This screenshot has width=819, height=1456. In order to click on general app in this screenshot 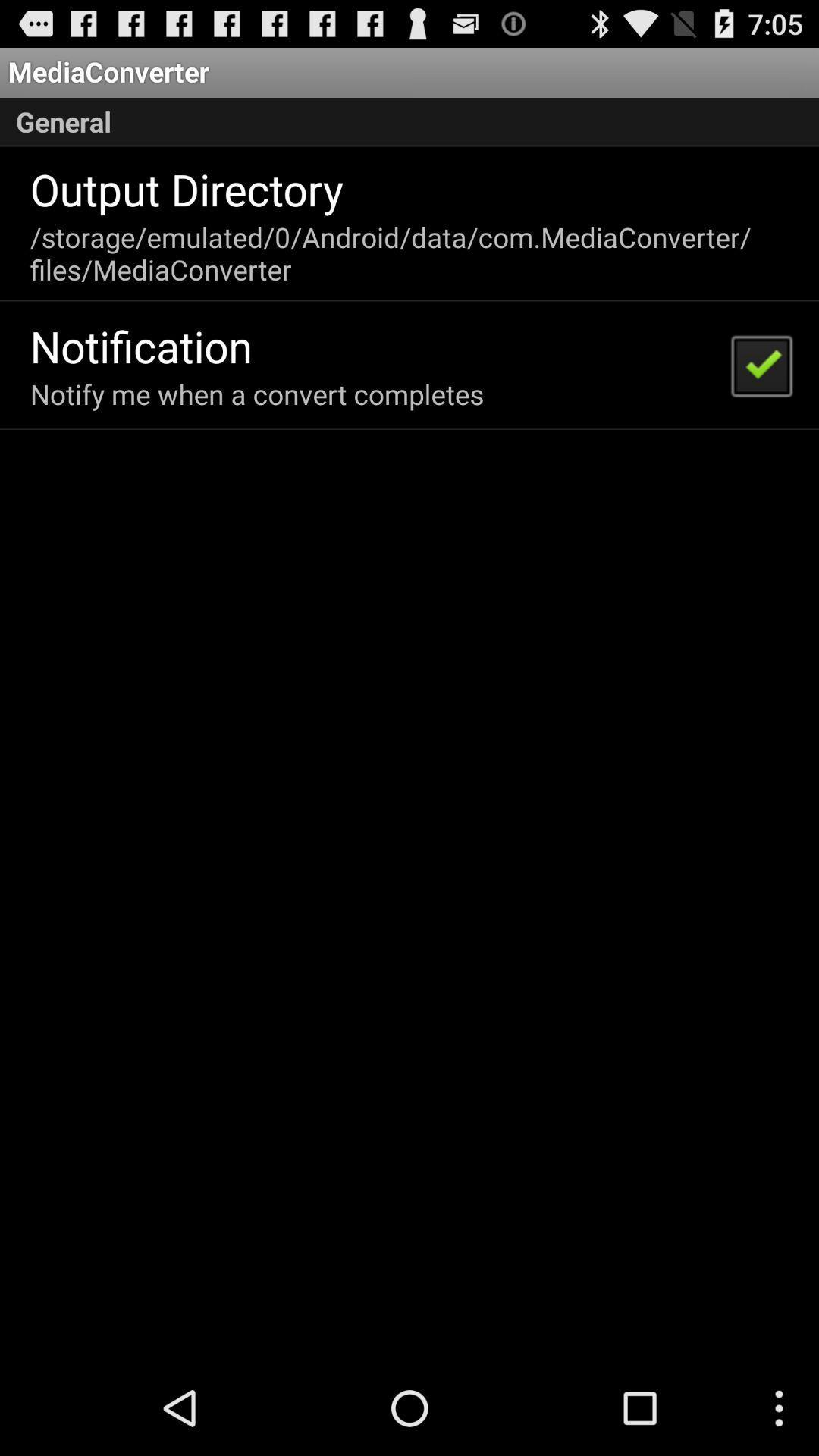, I will do `click(409, 122)`.